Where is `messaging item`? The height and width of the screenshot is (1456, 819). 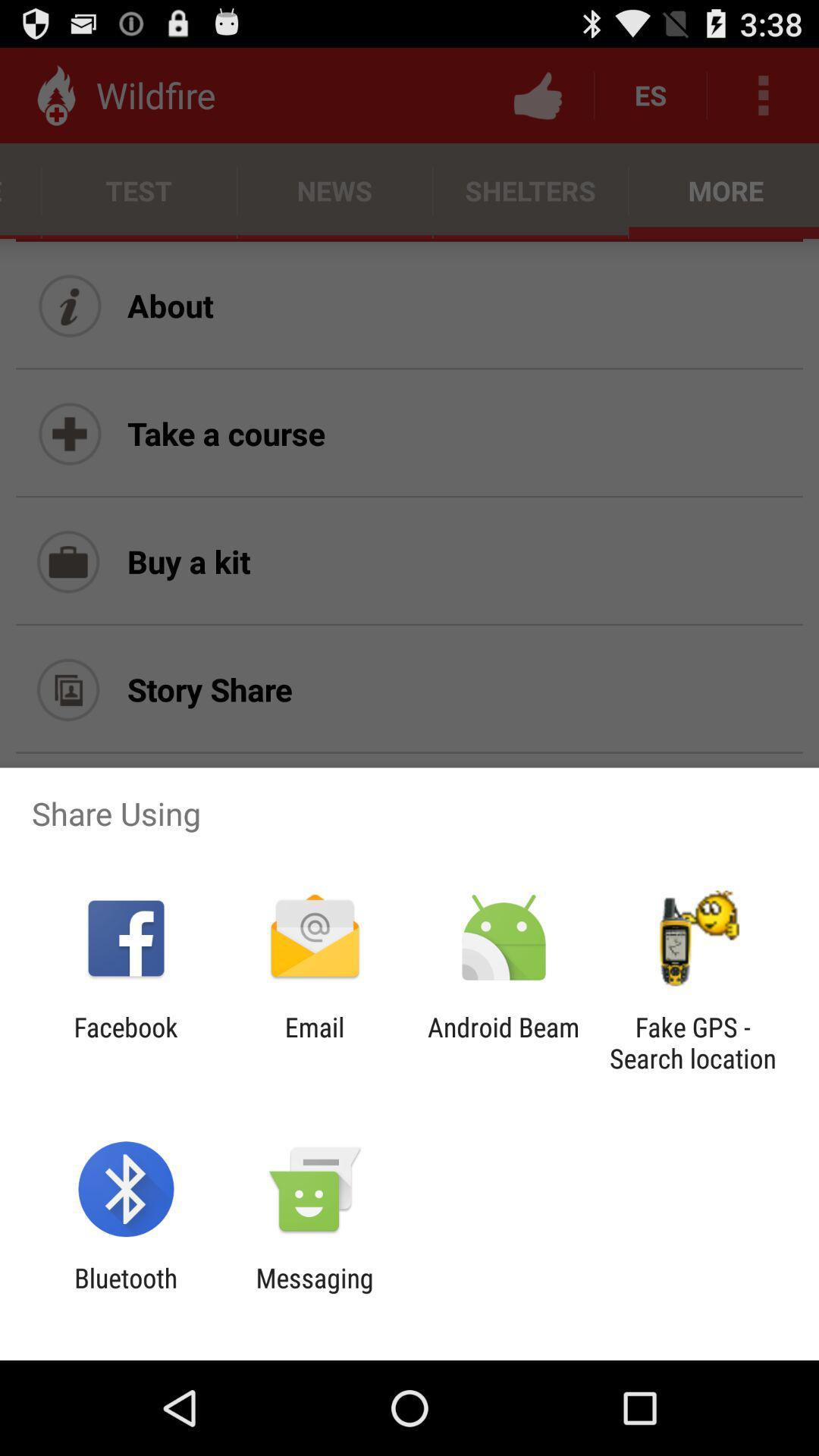
messaging item is located at coordinates (314, 1293).